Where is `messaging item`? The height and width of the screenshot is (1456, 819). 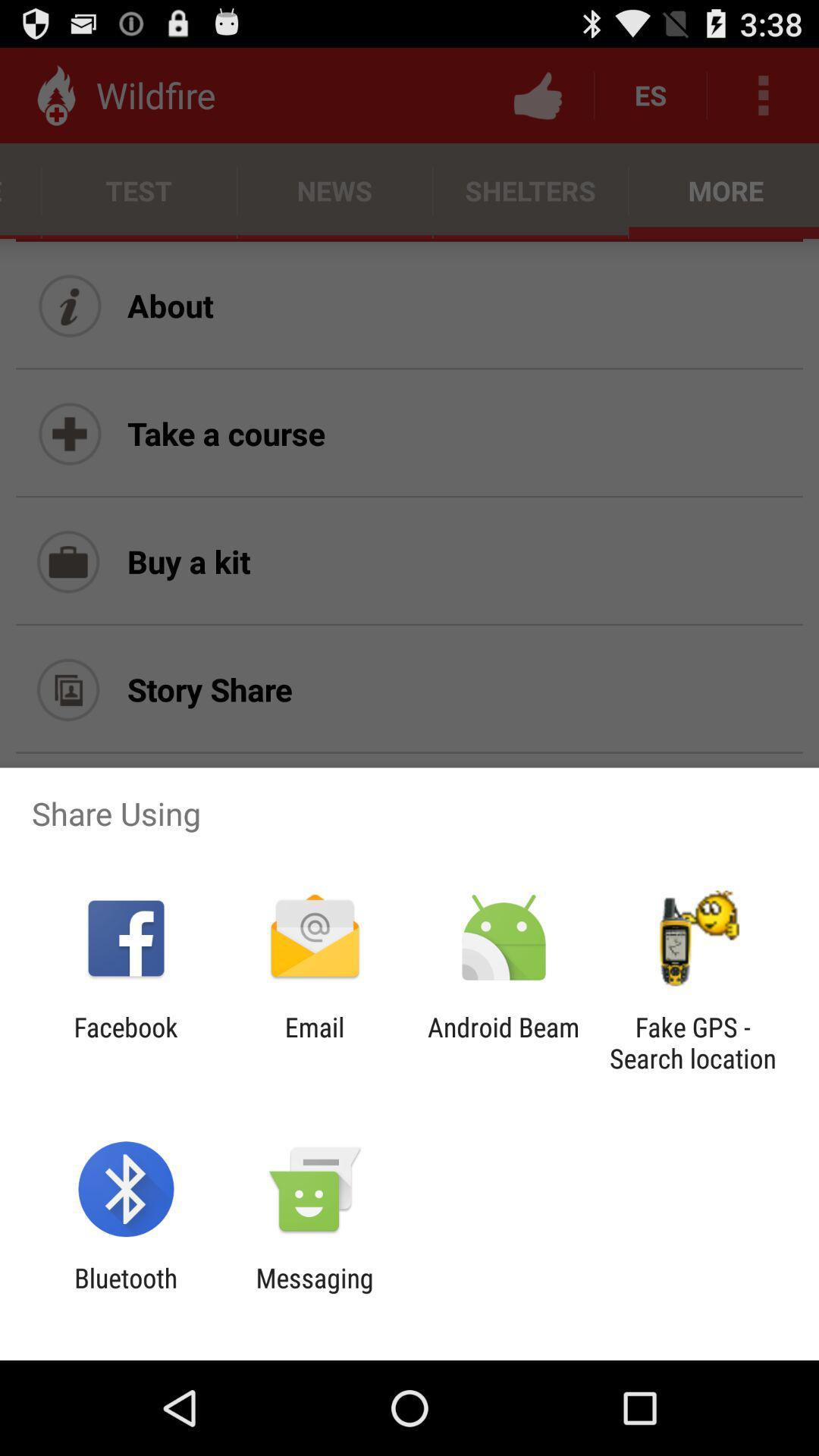
messaging item is located at coordinates (314, 1293).